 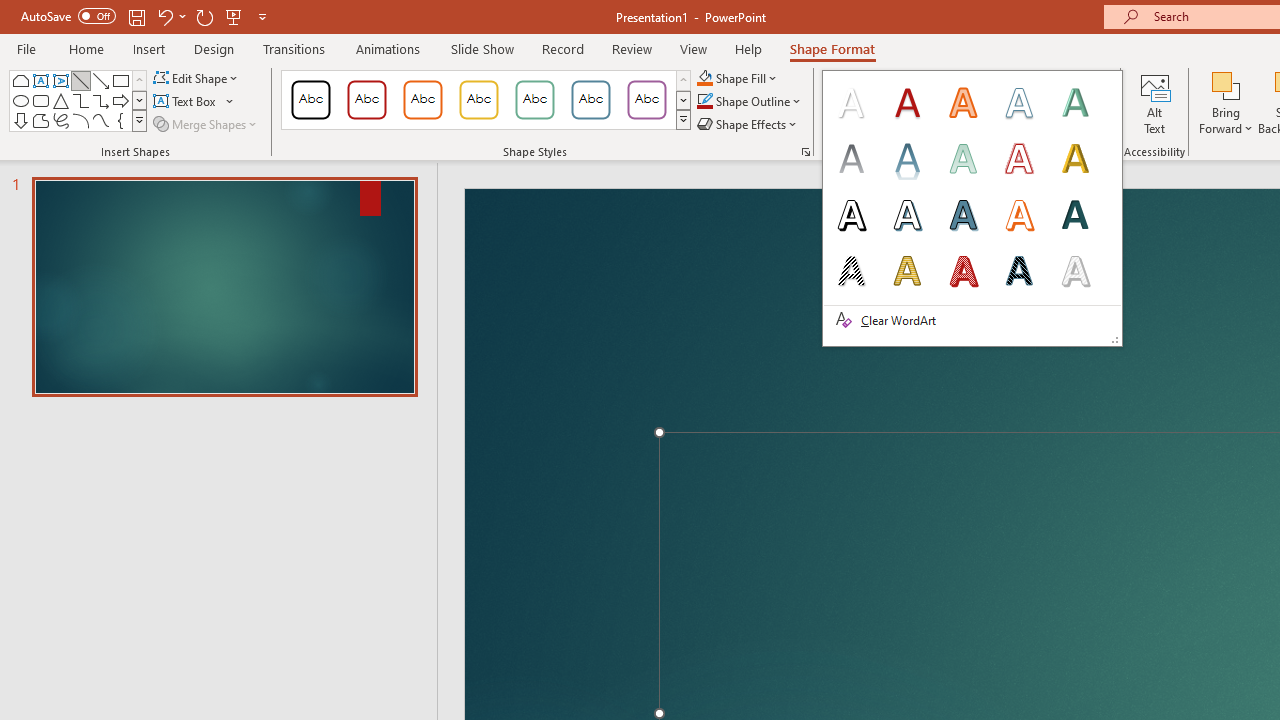 I want to click on 'Colored Outline - Purple, Accent 6', so click(x=647, y=100).